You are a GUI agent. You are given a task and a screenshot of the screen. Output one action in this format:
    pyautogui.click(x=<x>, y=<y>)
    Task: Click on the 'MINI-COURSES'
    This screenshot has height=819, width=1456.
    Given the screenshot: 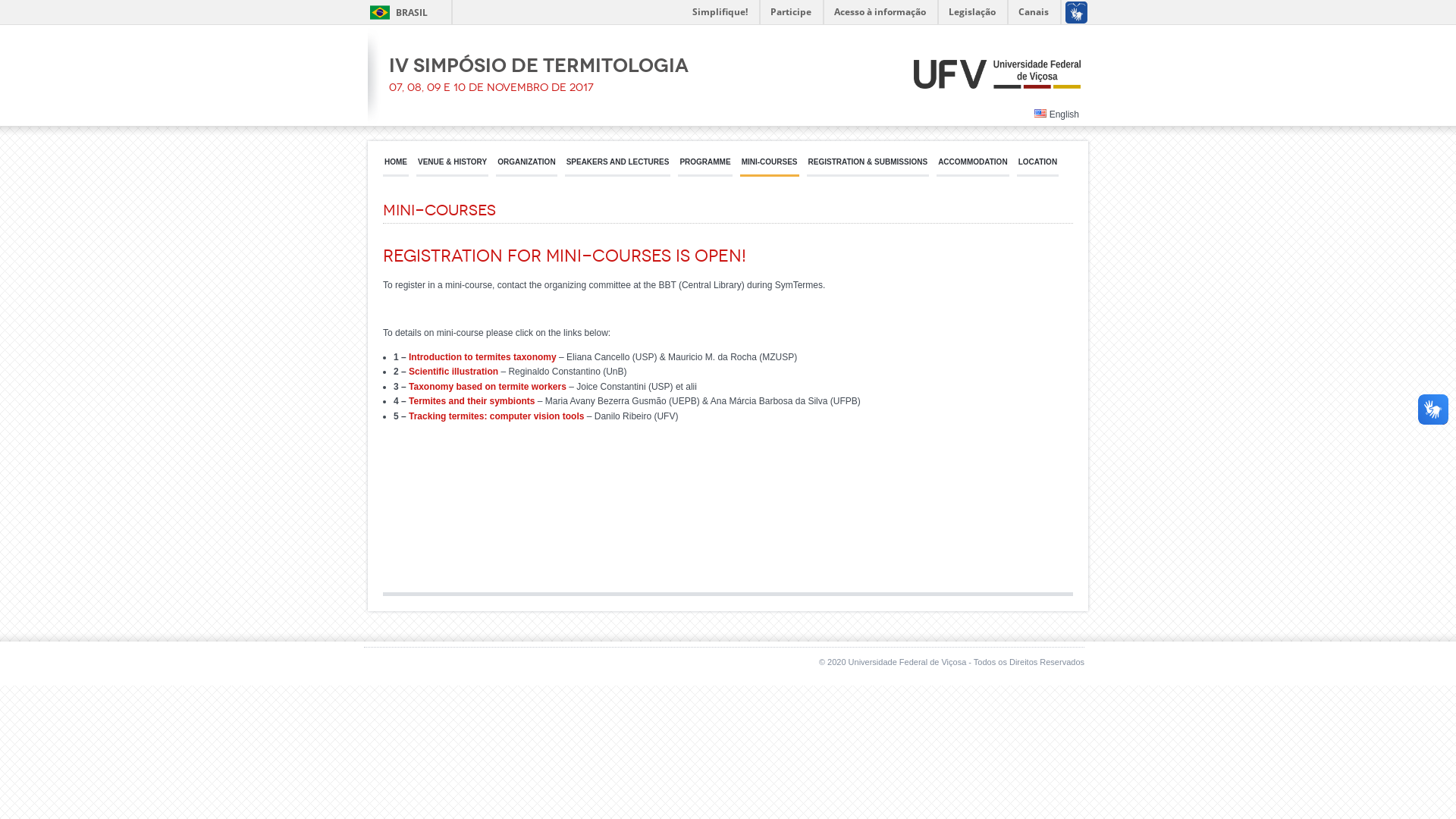 What is the action you would take?
    pyautogui.click(x=739, y=166)
    